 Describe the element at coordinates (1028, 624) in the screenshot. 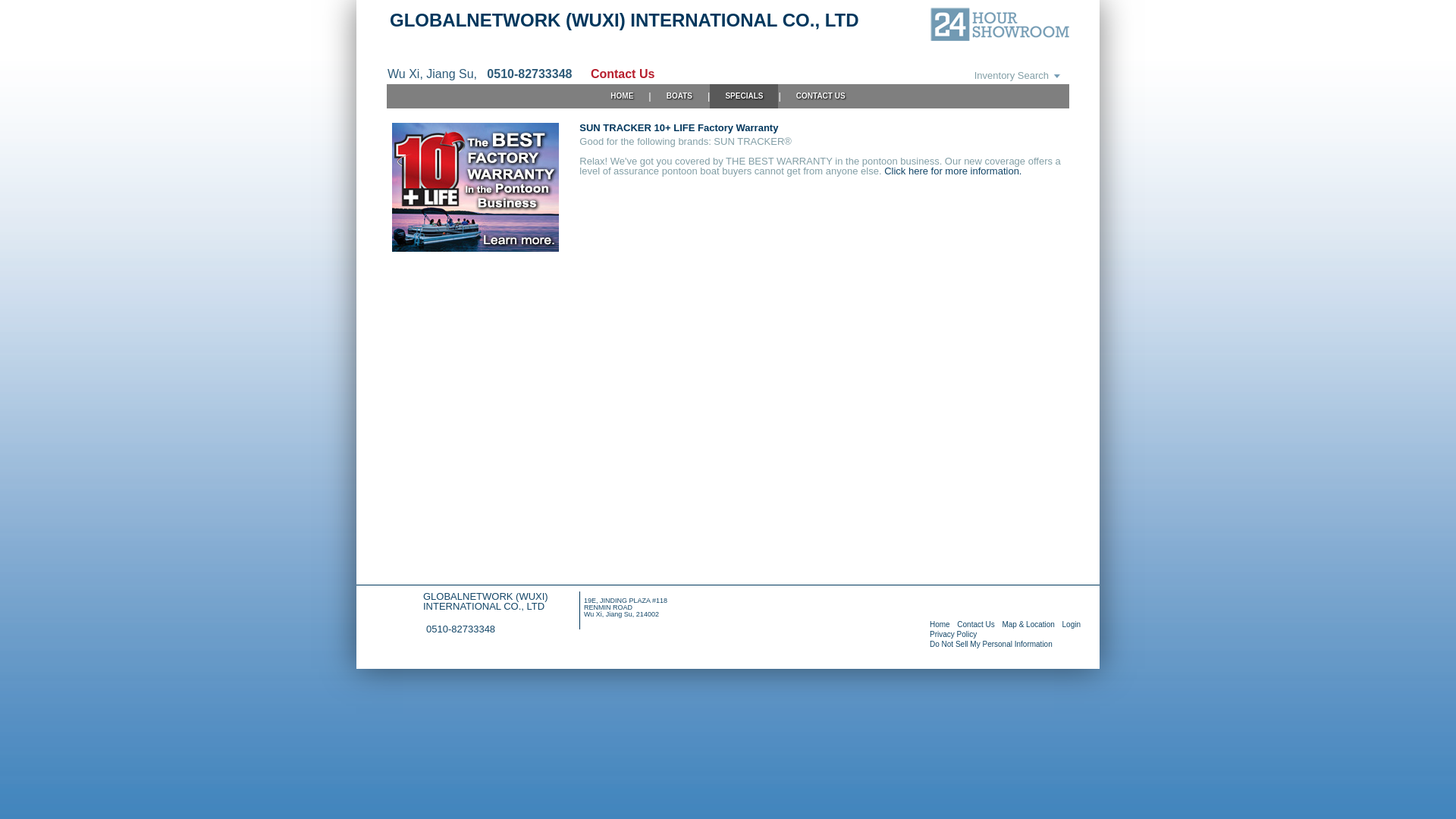

I see `'Map & Location'` at that location.